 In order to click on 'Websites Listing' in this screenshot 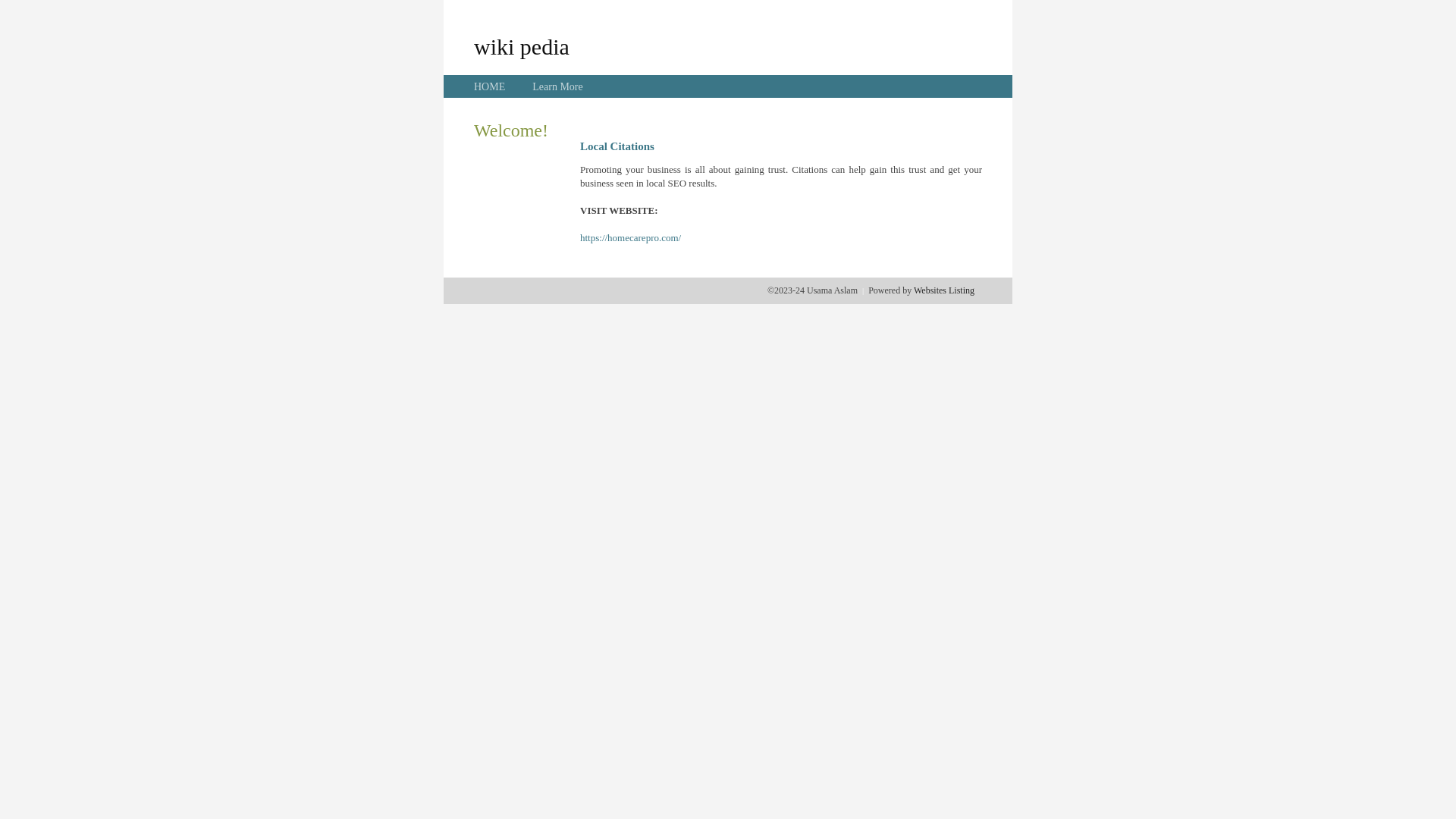, I will do `click(943, 290)`.